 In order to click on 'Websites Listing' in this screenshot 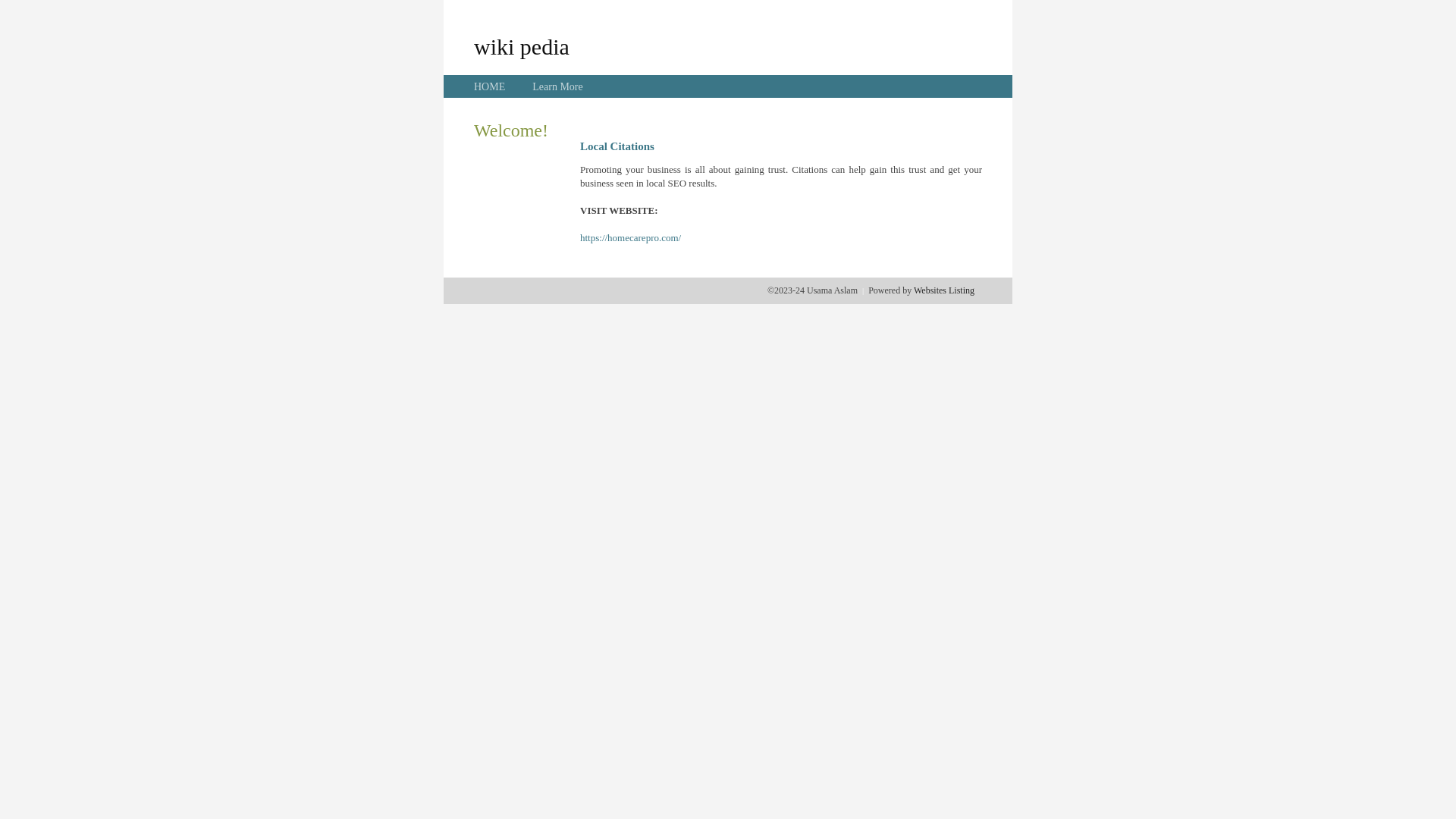, I will do `click(943, 290)`.